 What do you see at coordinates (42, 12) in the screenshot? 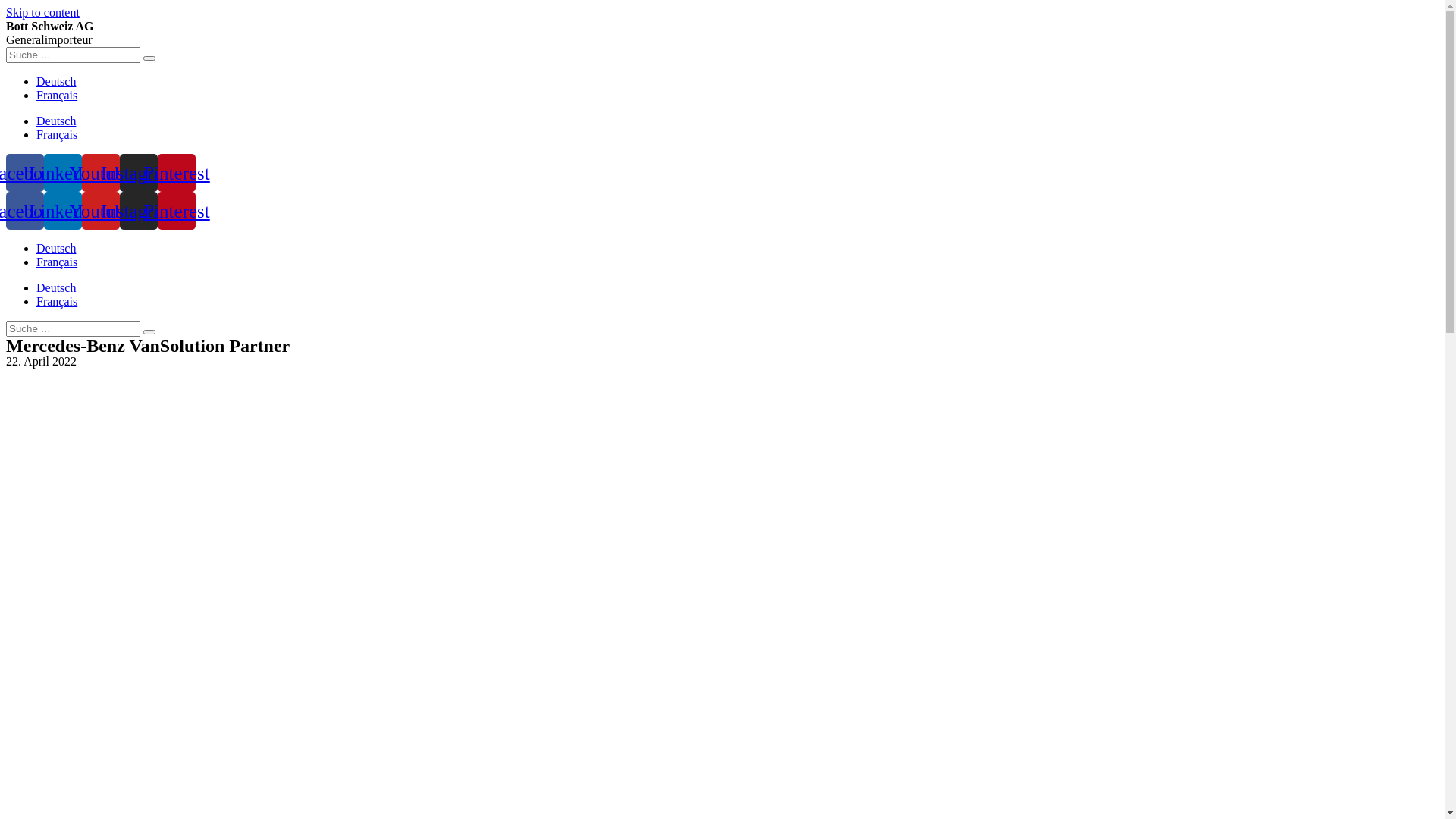
I see `'Skip to content'` at bounding box center [42, 12].